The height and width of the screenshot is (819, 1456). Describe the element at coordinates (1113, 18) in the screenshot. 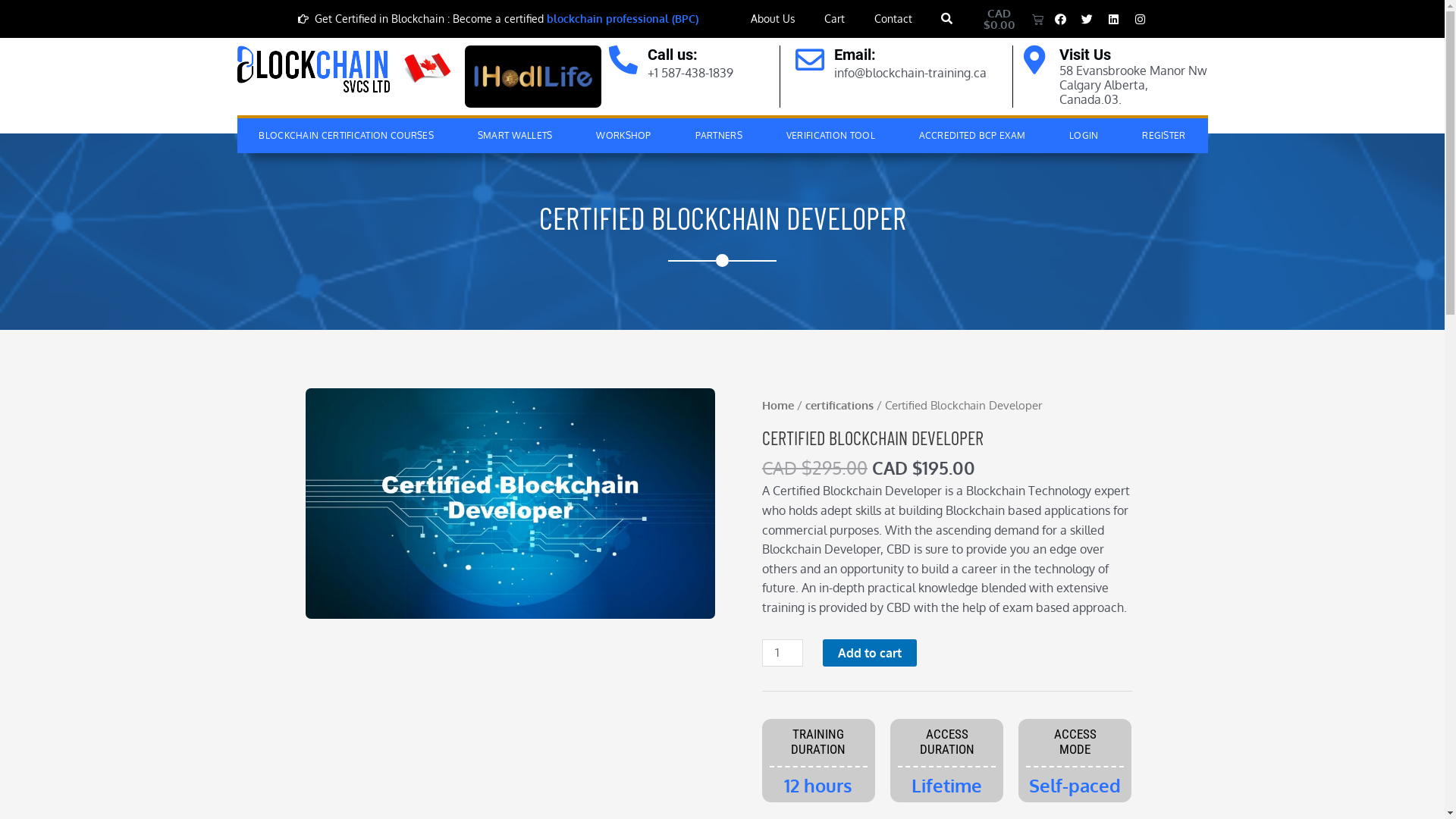

I see `'Linkedin'` at that location.